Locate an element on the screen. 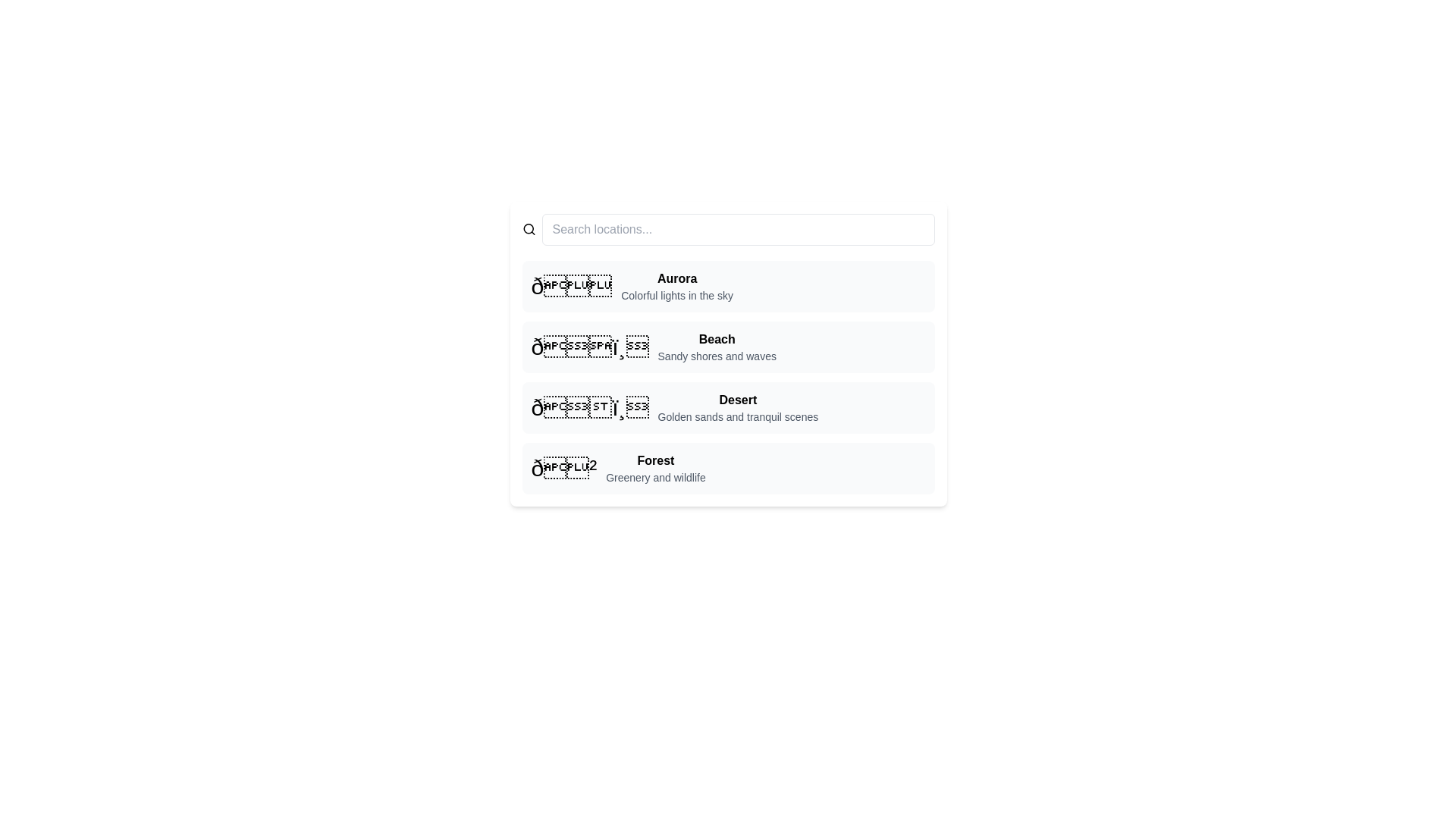 Image resolution: width=1456 pixels, height=819 pixels. the circular SVG graphic representation of a search icon located inside the search bar at the top of the interface is located at coordinates (529, 229).